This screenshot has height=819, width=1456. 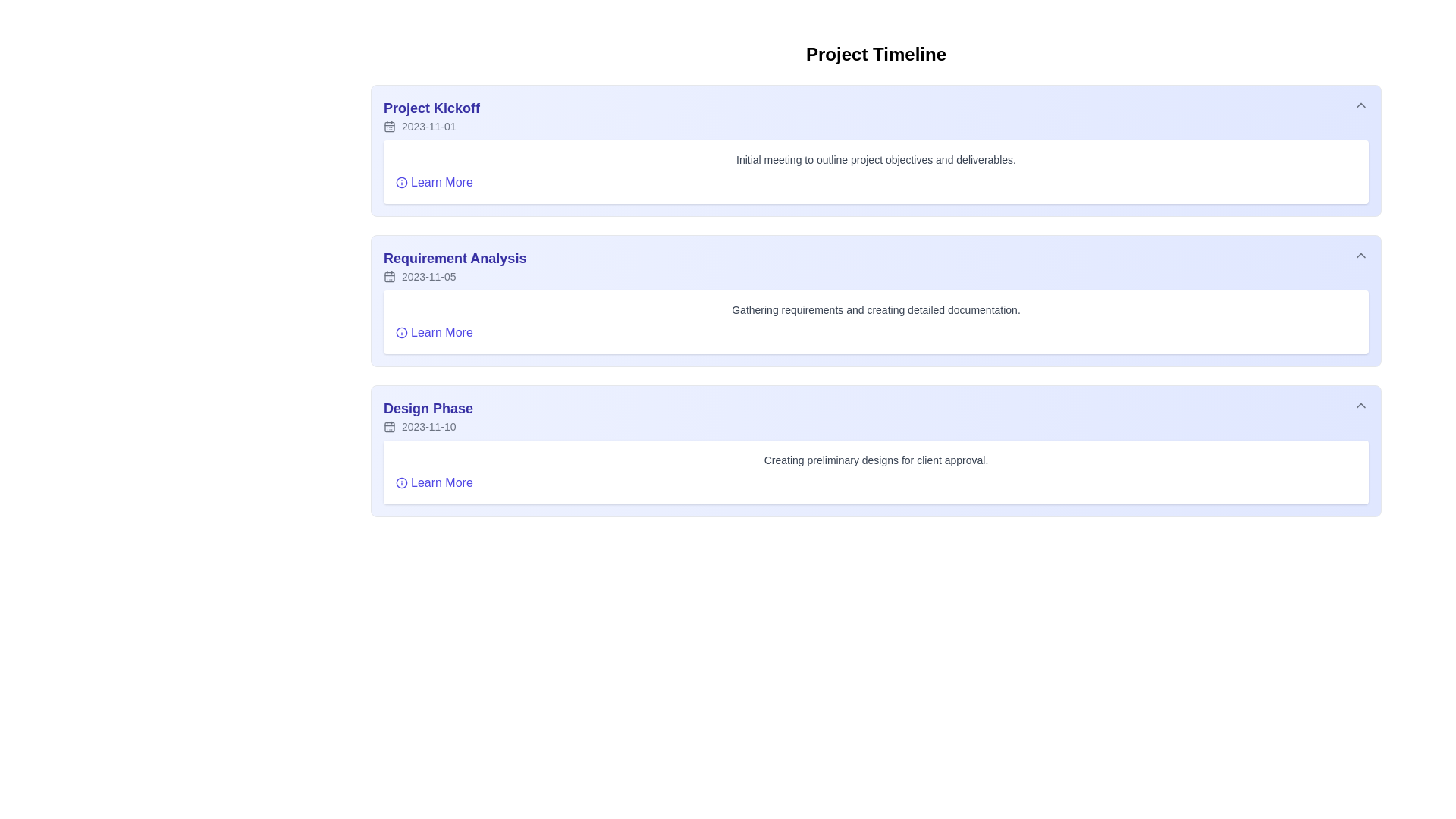 I want to click on text content of the title and date label element located in the third section under 'Design Phase', aligned with the calendar icon, so click(x=428, y=416).